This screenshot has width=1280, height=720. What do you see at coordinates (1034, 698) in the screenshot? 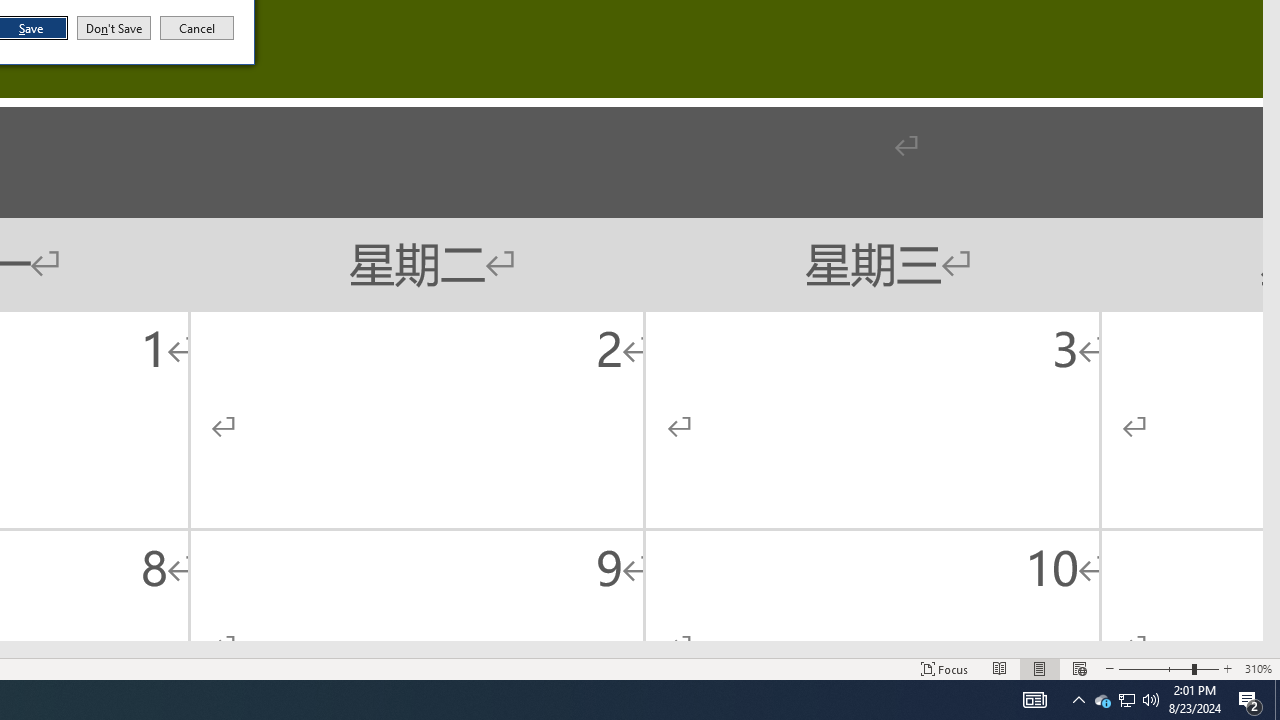
I see `'AutomationID: 4105'` at bounding box center [1034, 698].